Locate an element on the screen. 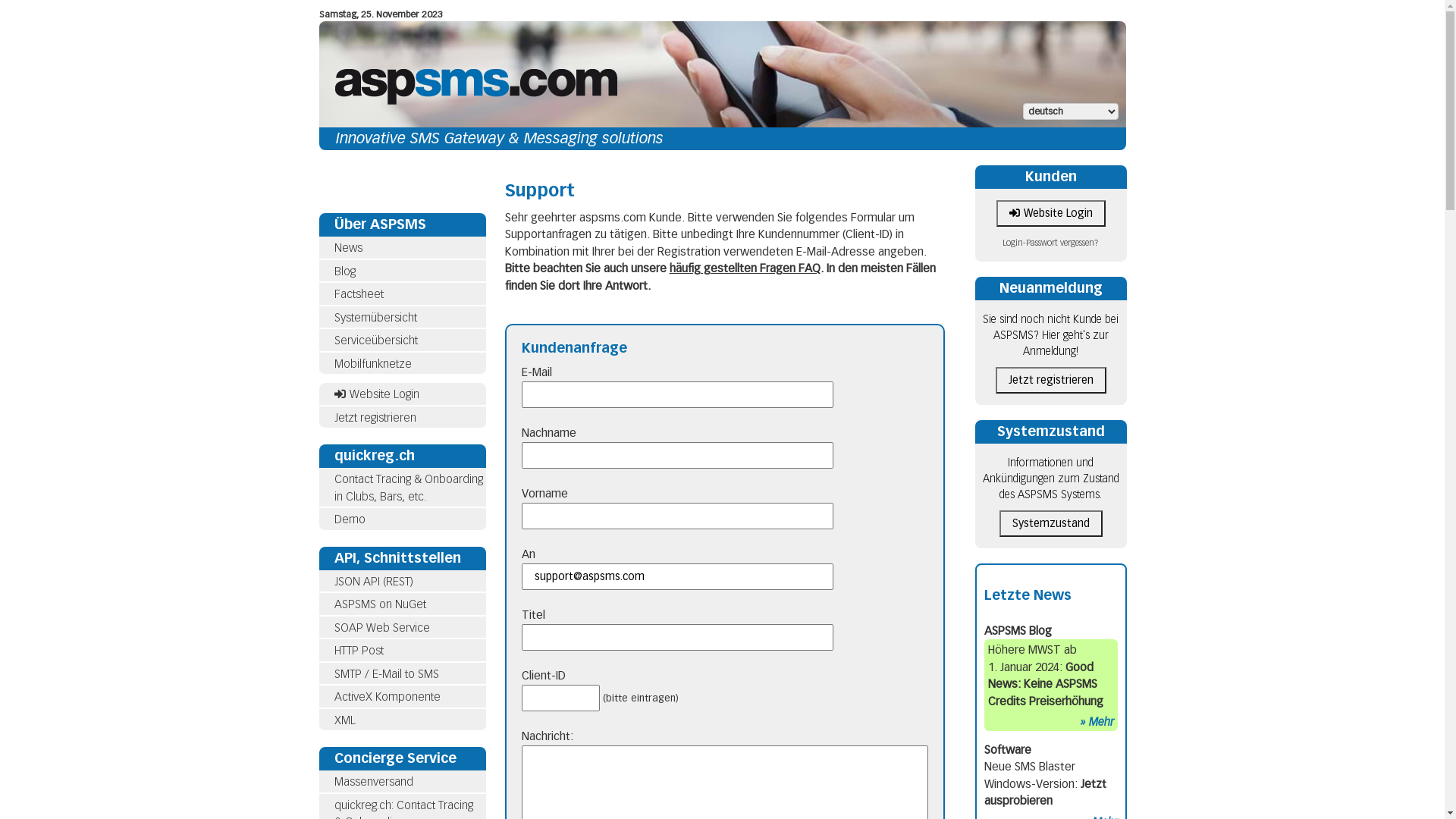 Image resolution: width=1456 pixels, height=819 pixels. 'Blog' is located at coordinates (344, 270).